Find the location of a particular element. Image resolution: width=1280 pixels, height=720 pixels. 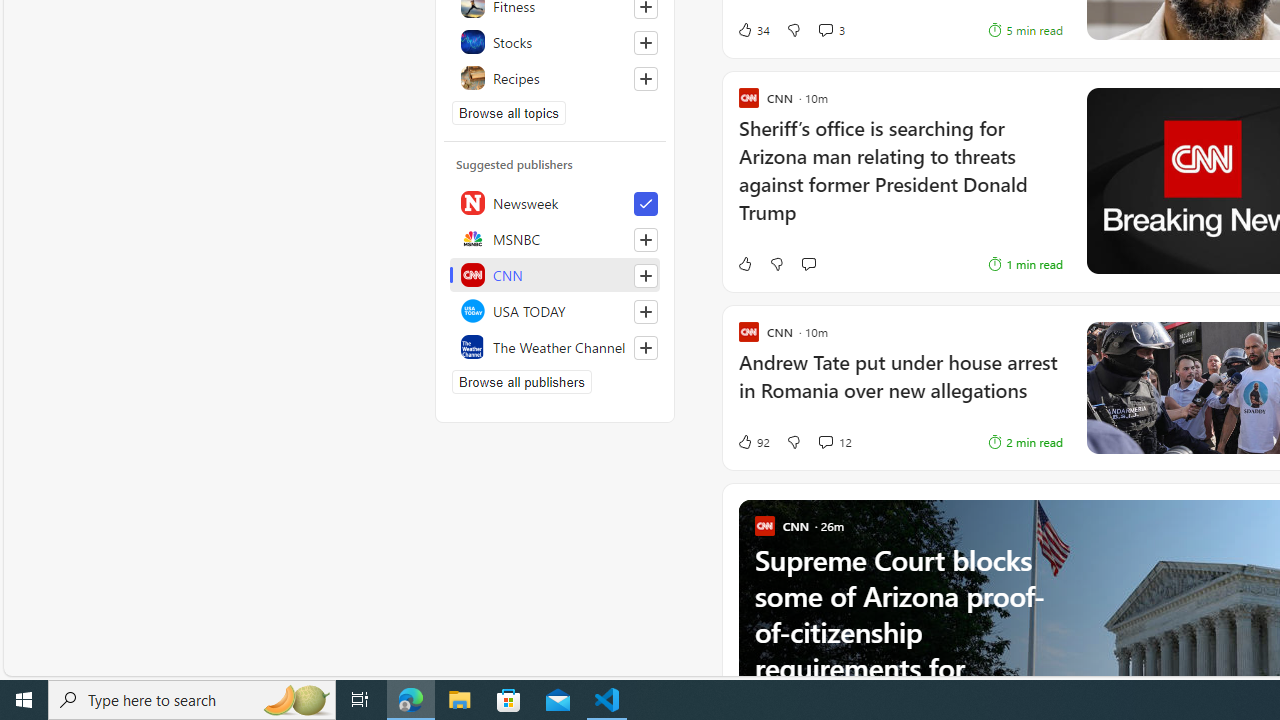

'Start the conversation' is located at coordinates (808, 263).